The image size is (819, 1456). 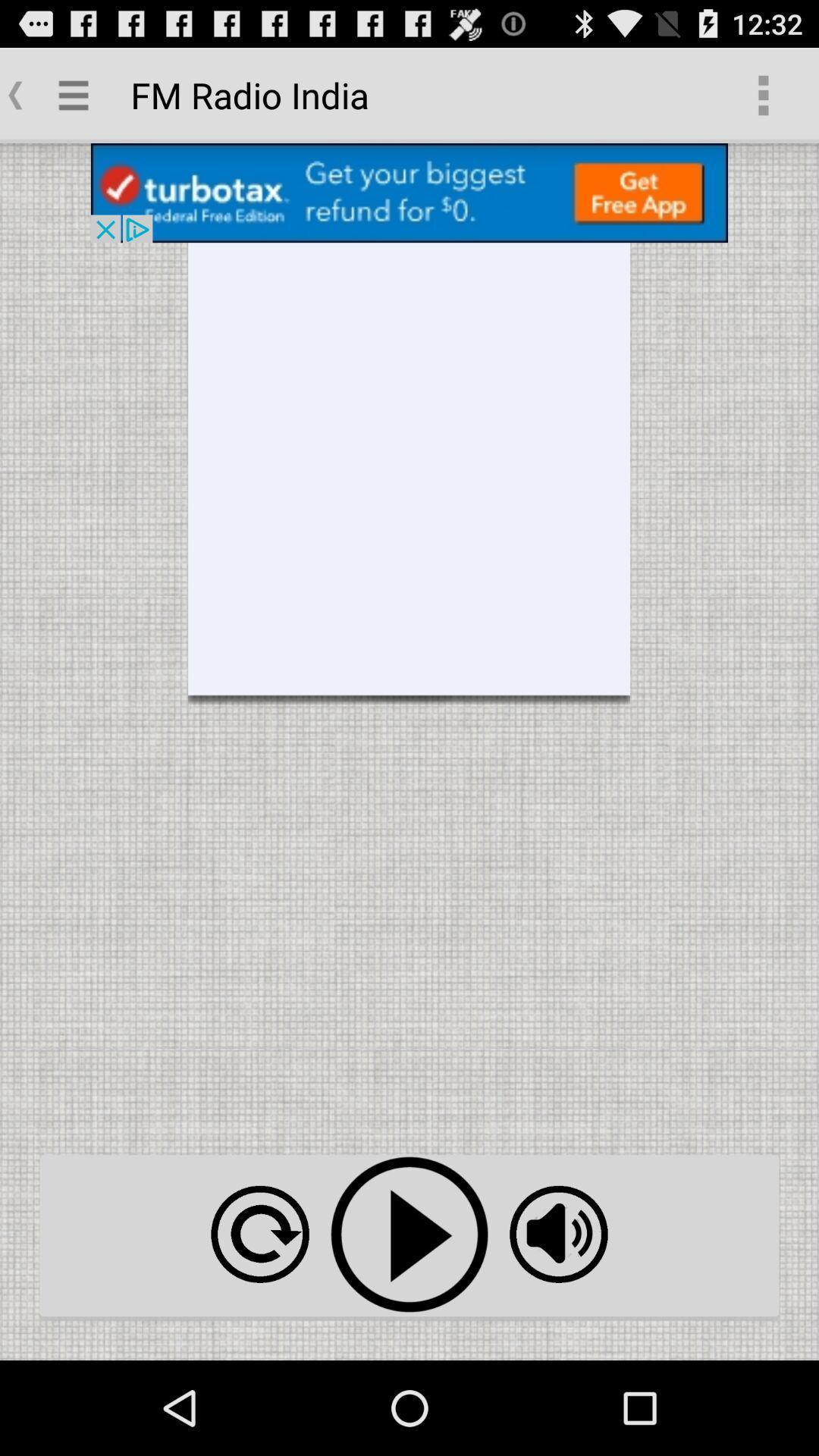 What do you see at coordinates (409, 1235) in the screenshot?
I see `video` at bounding box center [409, 1235].